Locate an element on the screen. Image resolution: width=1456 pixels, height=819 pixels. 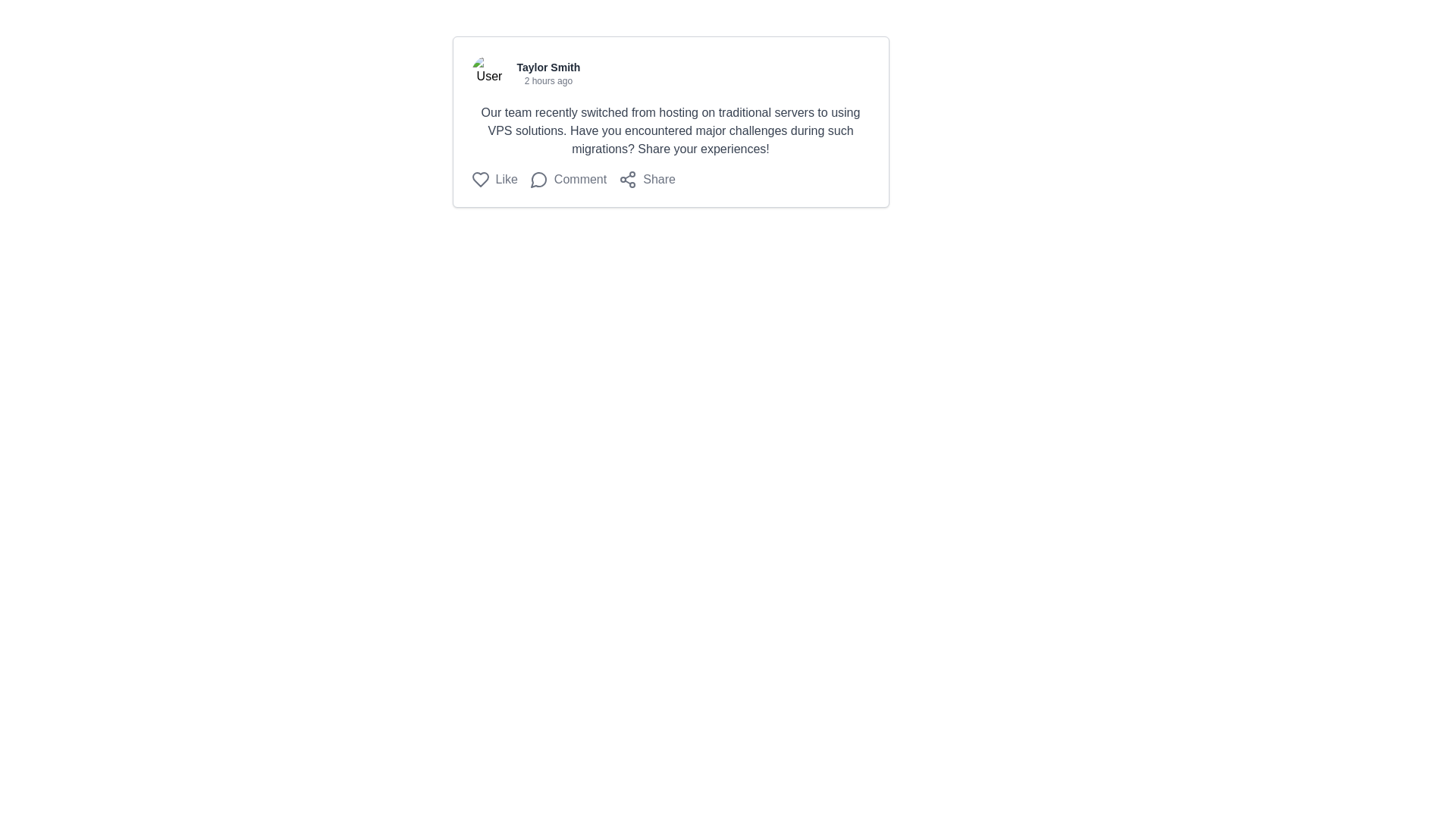
the heart icon located in the lower-left corner of the post card body to like the post is located at coordinates (479, 178).